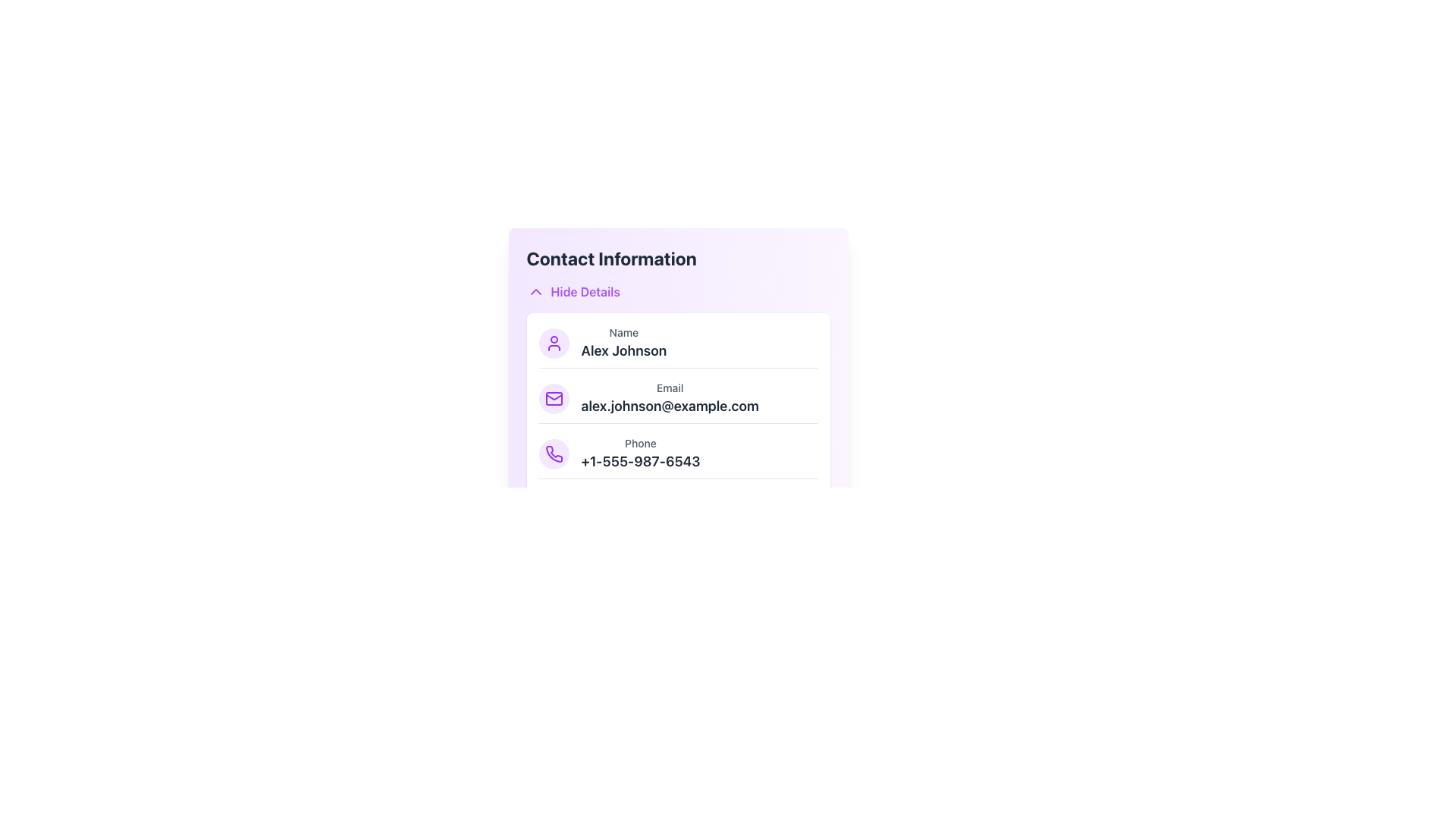  What do you see at coordinates (677, 457) in the screenshot?
I see `the third Contact Information Entry element to copy the phone number, which features a purple phone icon on the left with a label above and the phone number below` at bounding box center [677, 457].